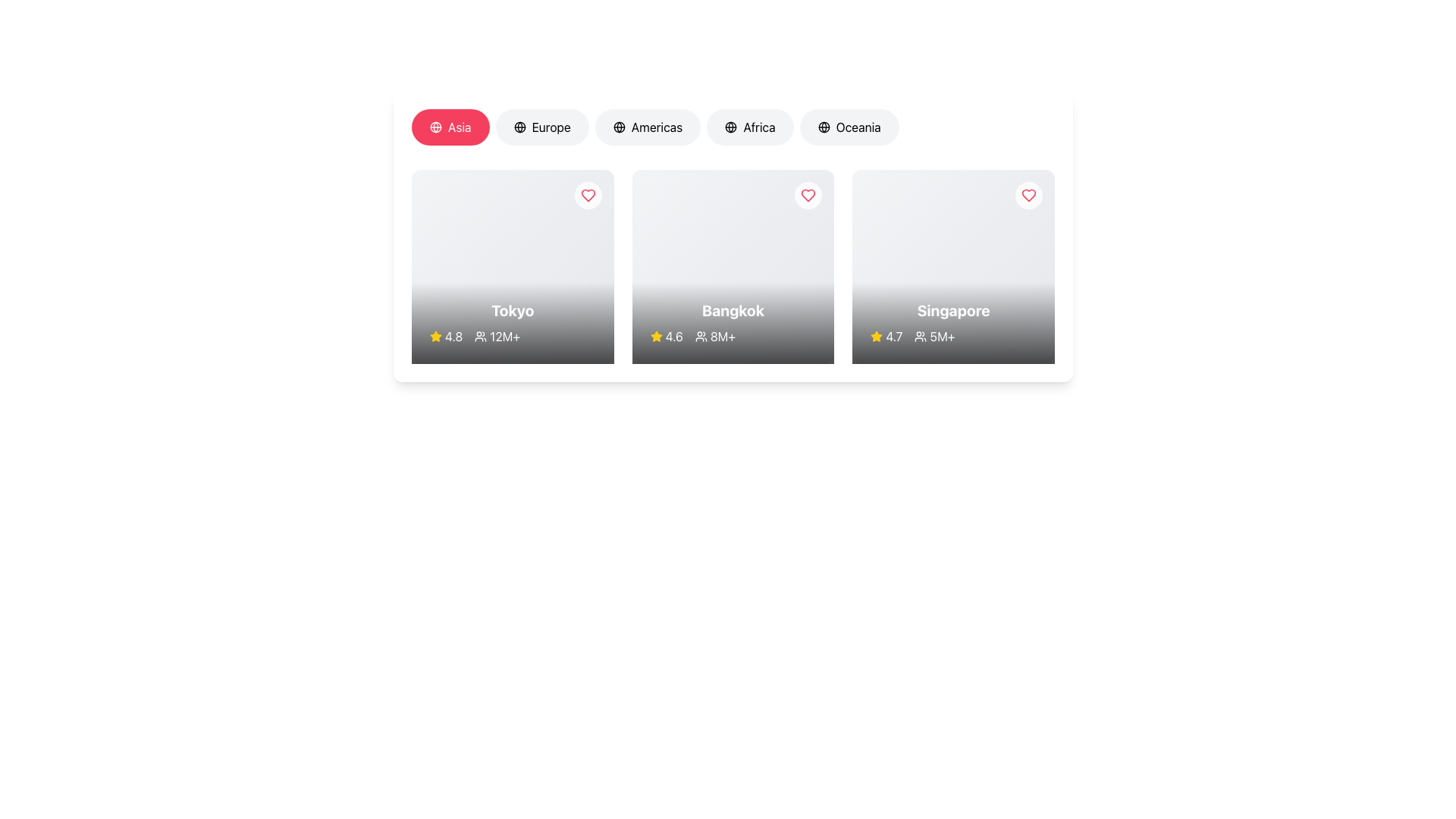 Image resolution: width=1456 pixels, height=819 pixels. I want to click on the informative icon representing user statistics located beside the '5M+' text in the lower portion of the Singapore card, so click(920, 335).